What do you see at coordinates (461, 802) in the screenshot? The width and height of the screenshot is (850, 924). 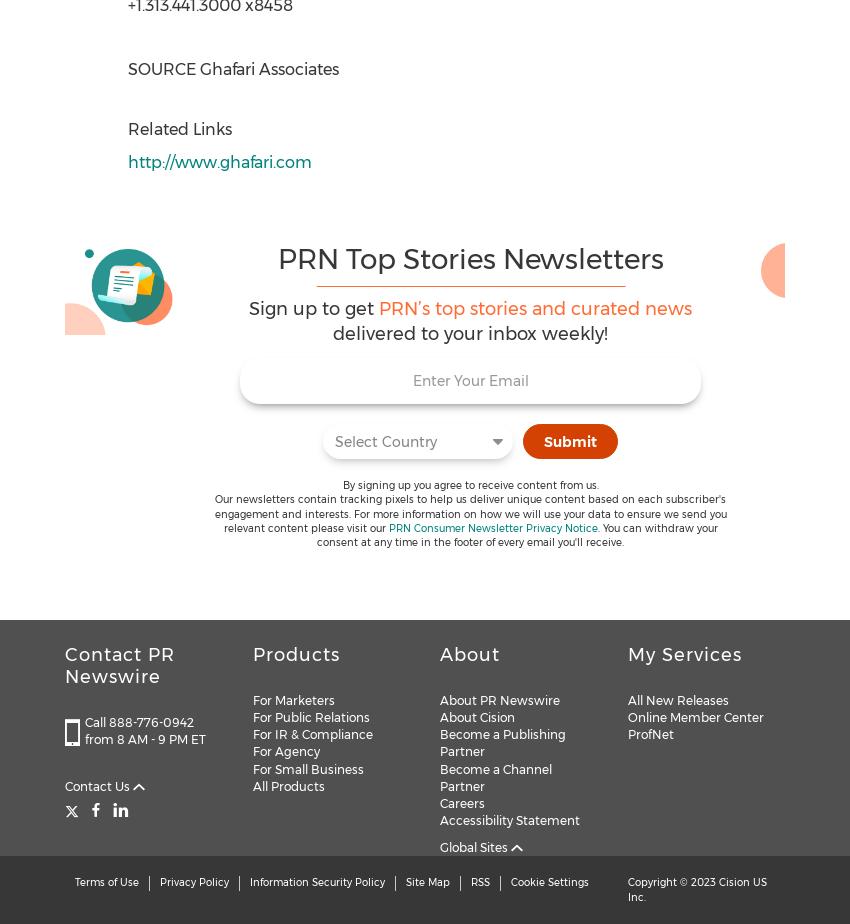 I see `'Careers'` at bounding box center [461, 802].